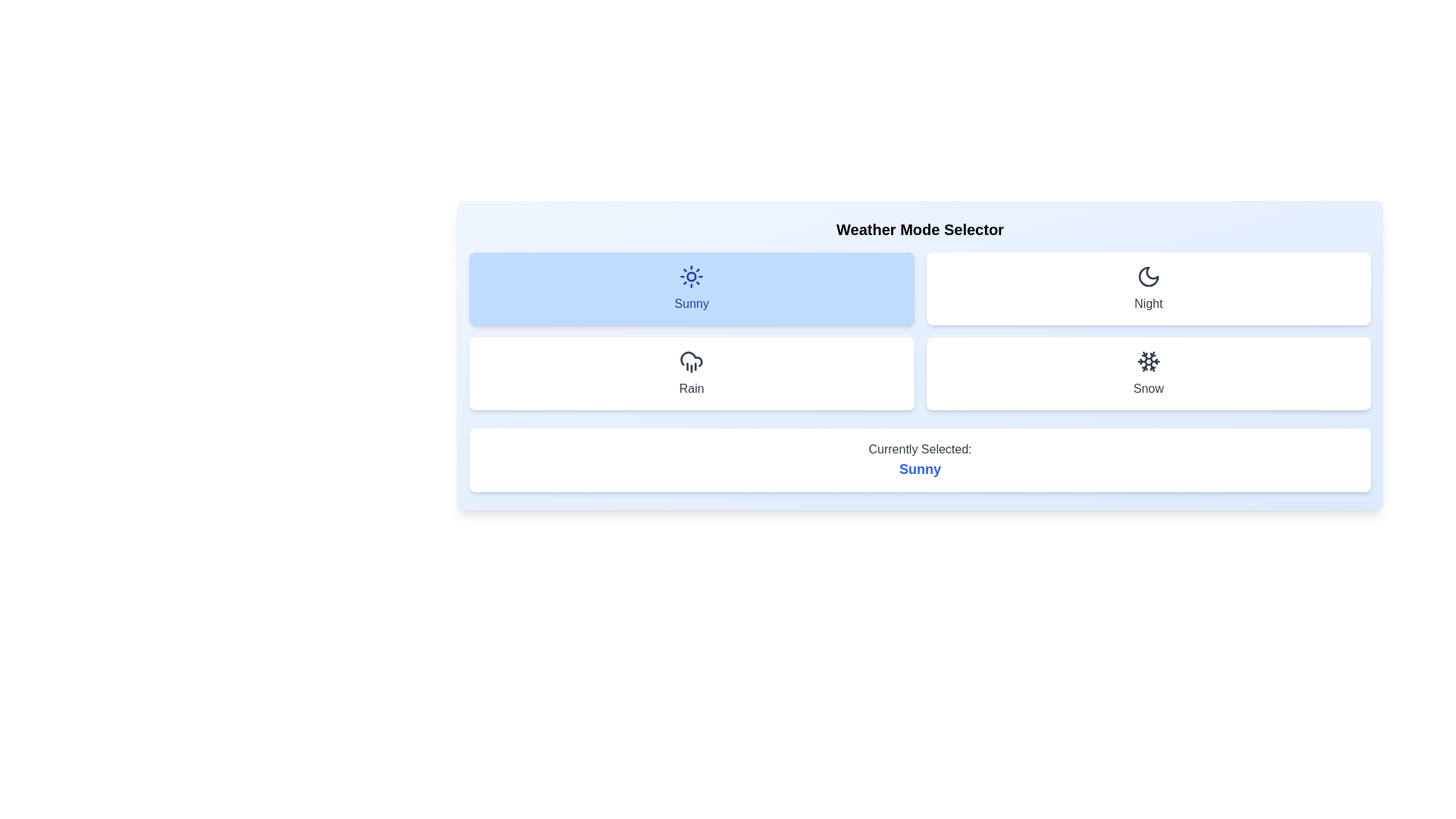 The height and width of the screenshot is (819, 1456). I want to click on the weather option Snow, so click(1148, 374).